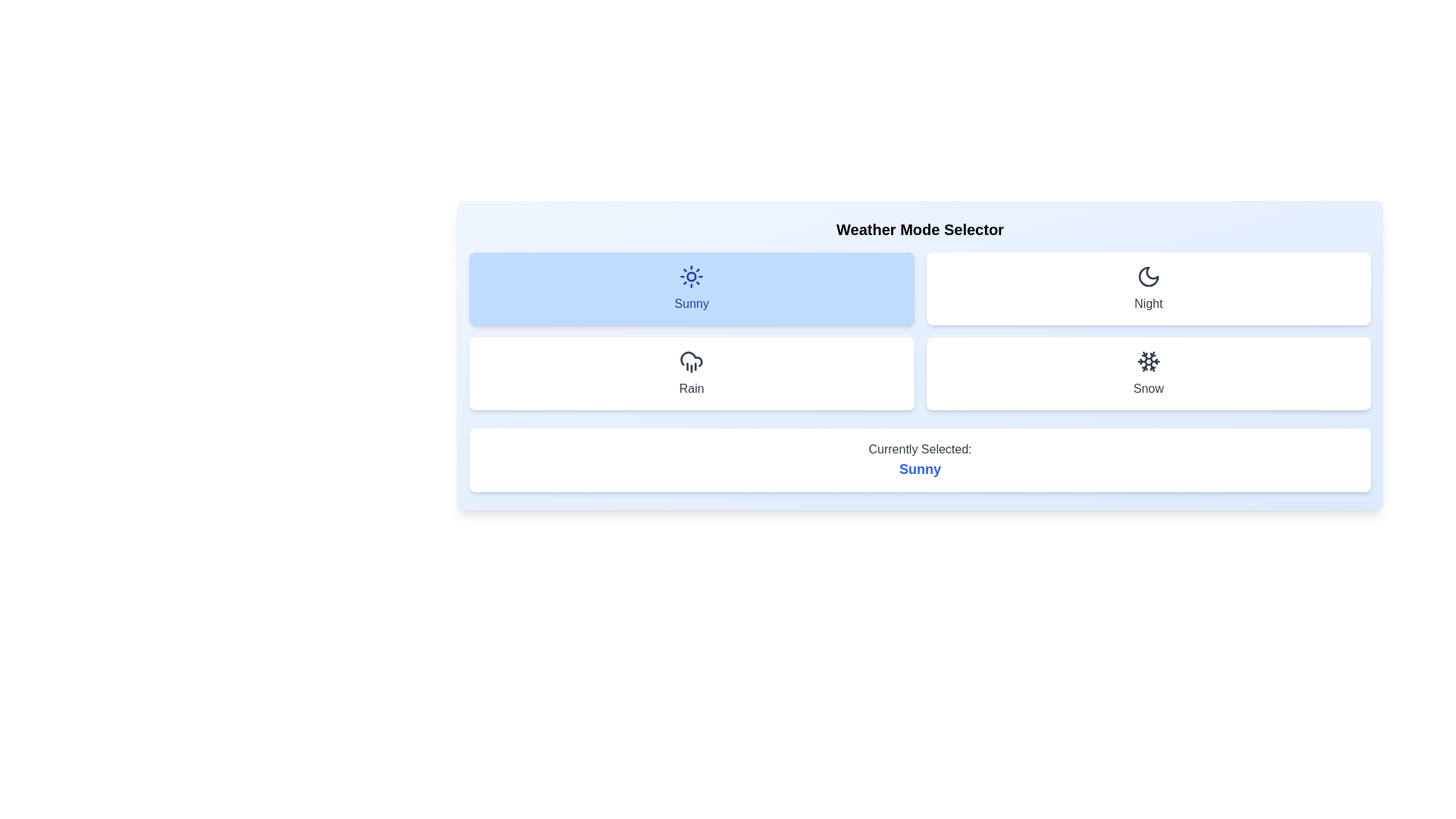 The height and width of the screenshot is (819, 1456). I want to click on the weather option Snow, so click(1148, 374).